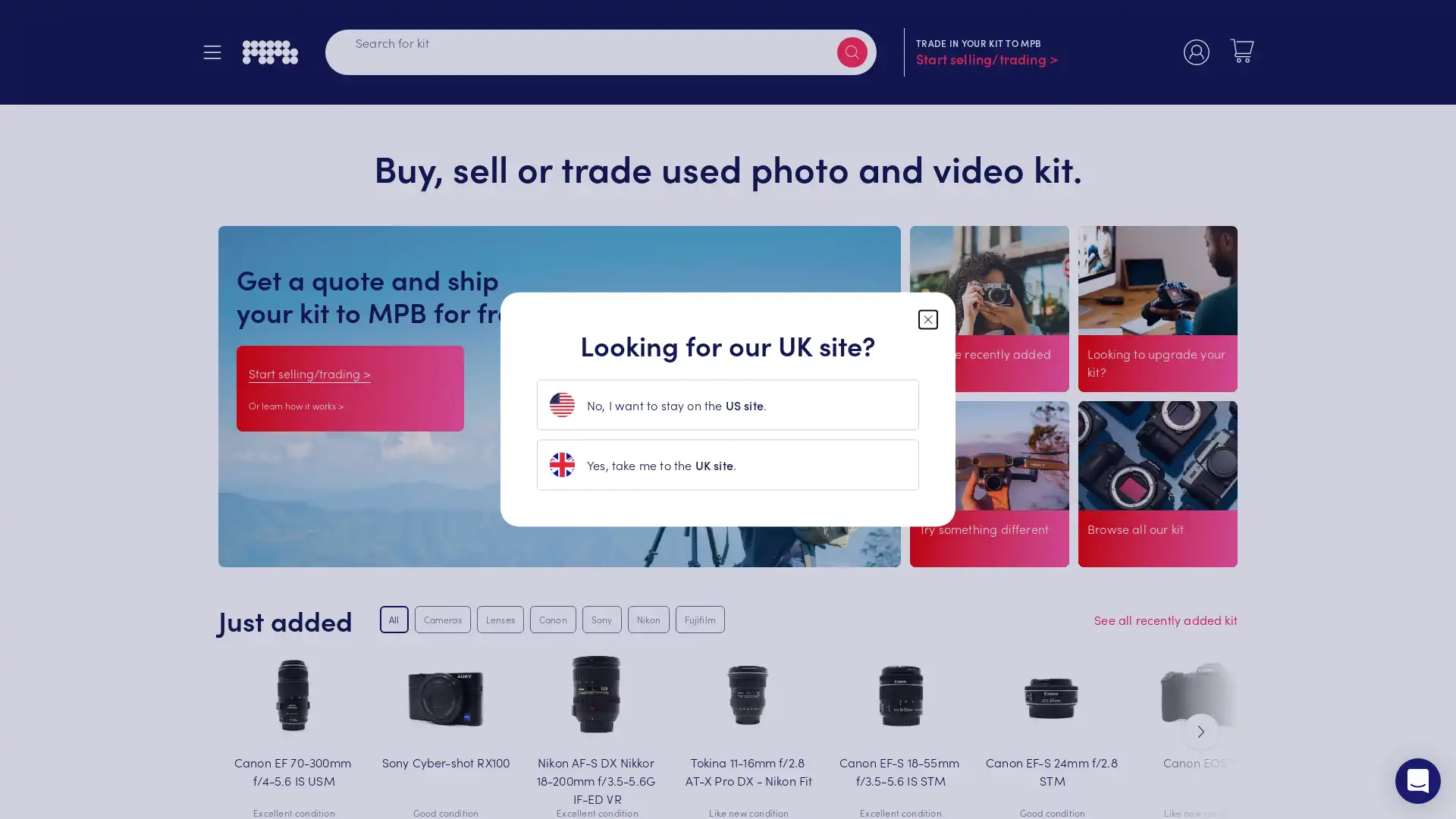 The image size is (1456, 819). What do you see at coordinates (1128, 394) in the screenshot?
I see `Sell or trade` at bounding box center [1128, 394].